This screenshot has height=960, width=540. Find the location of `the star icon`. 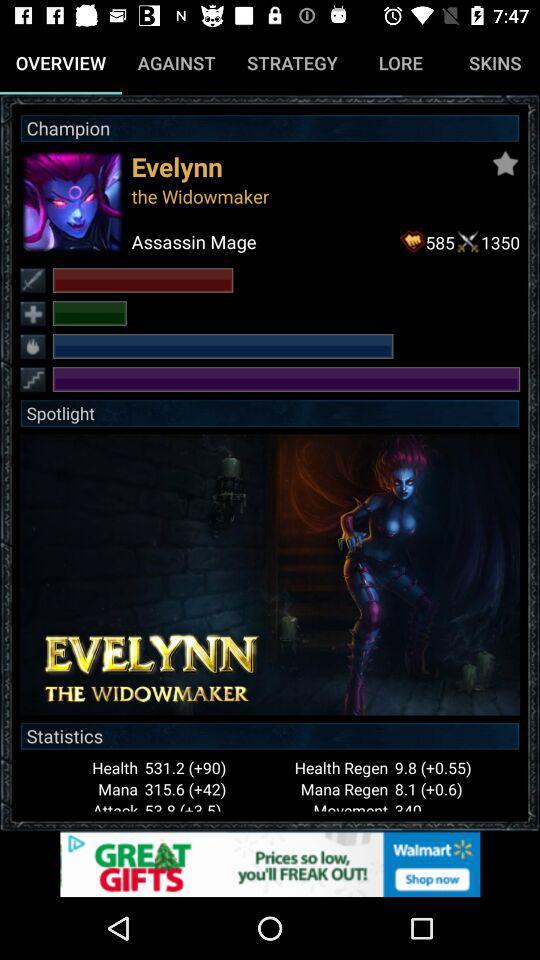

the star icon is located at coordinates (504, 162).